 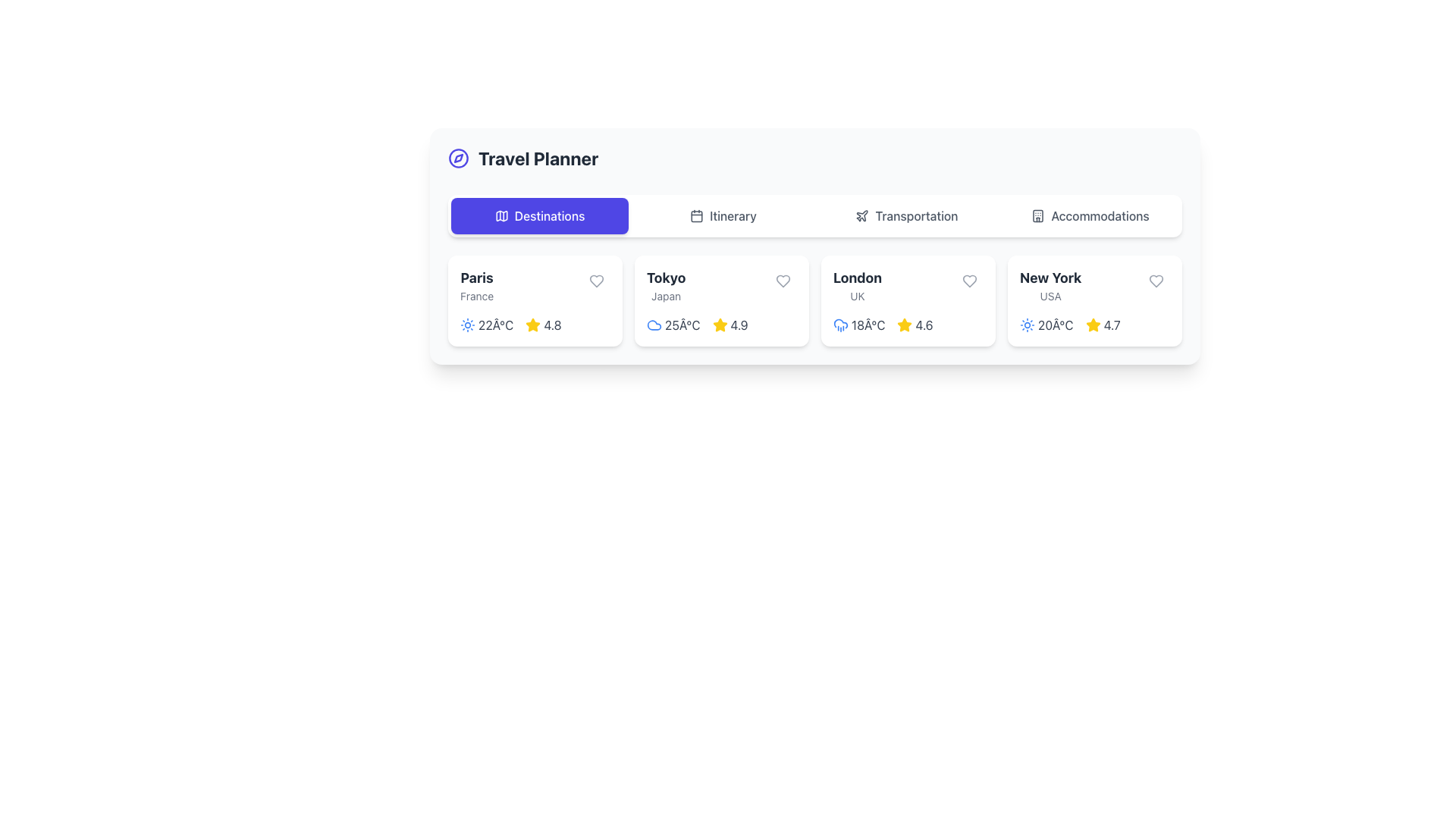 What do you see at coordinates (501, 216) in the screenshot?
I see `the illustrative icon for the 'Destinations' button located on the top navigation bar` at bounding box center [501, 216].